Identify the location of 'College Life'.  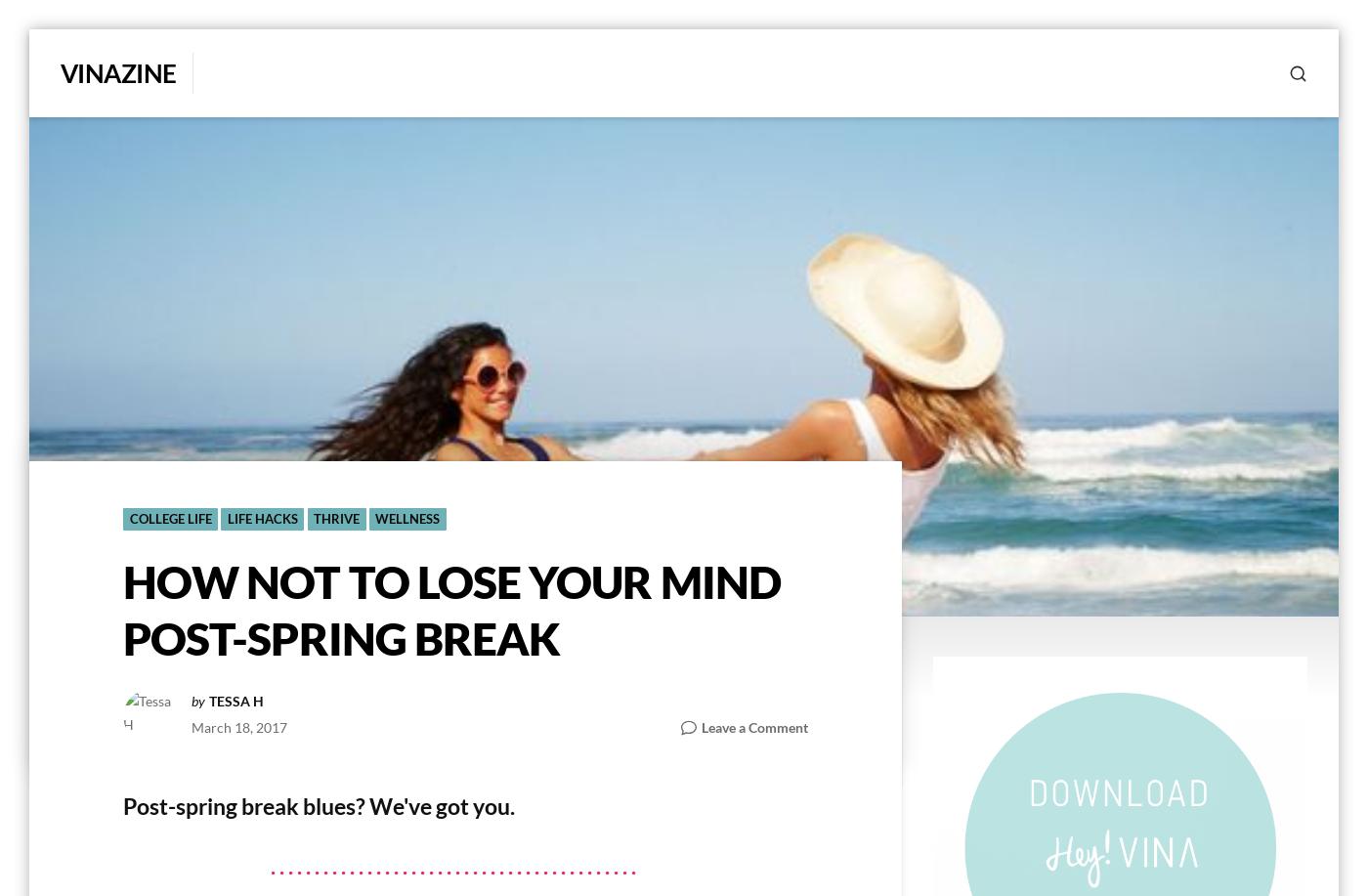
(170, 519).